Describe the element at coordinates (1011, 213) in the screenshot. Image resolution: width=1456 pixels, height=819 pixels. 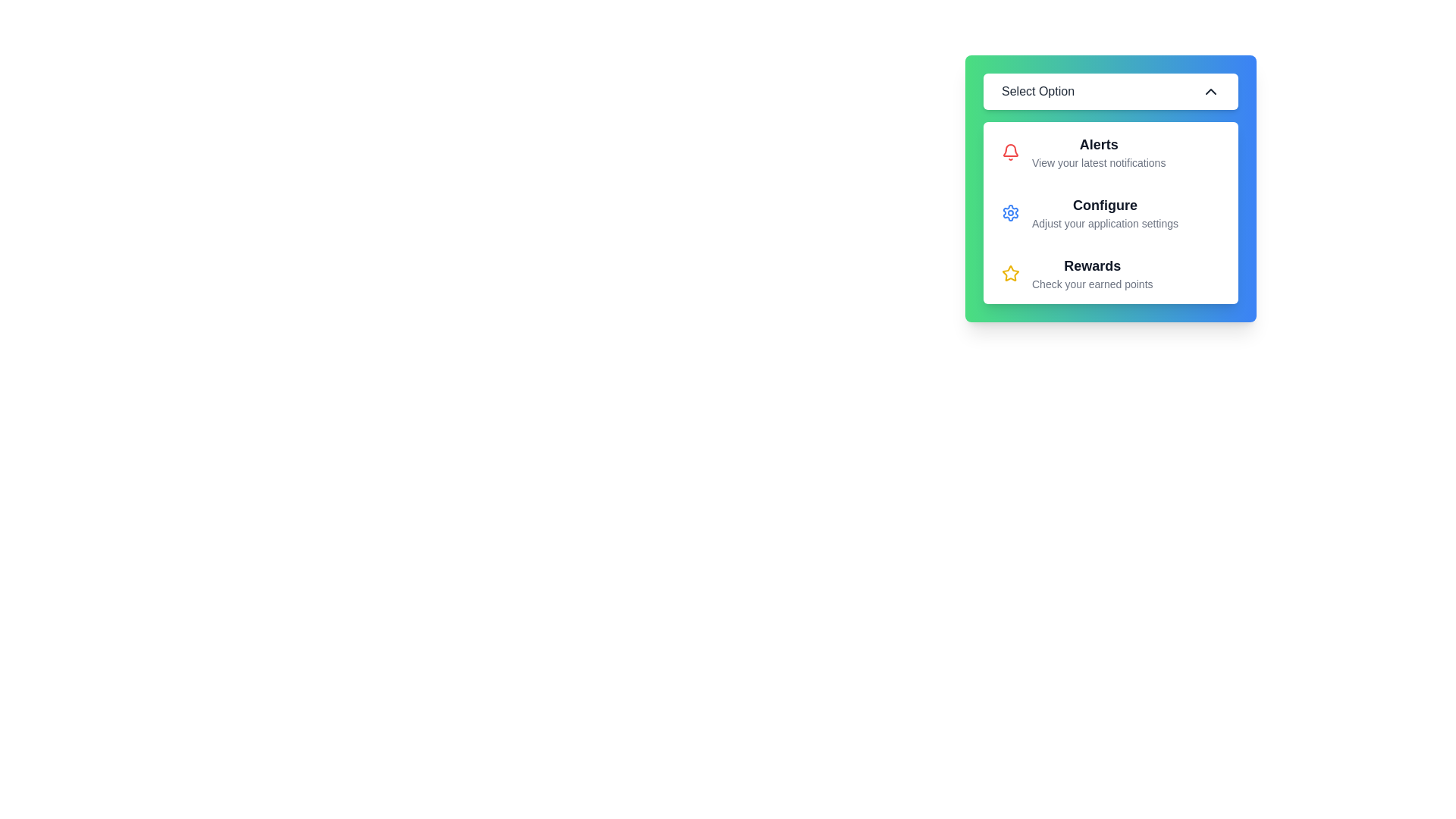
I see `the gear-like settings icon located at the upper right corner of the dropdown options box` at that location.